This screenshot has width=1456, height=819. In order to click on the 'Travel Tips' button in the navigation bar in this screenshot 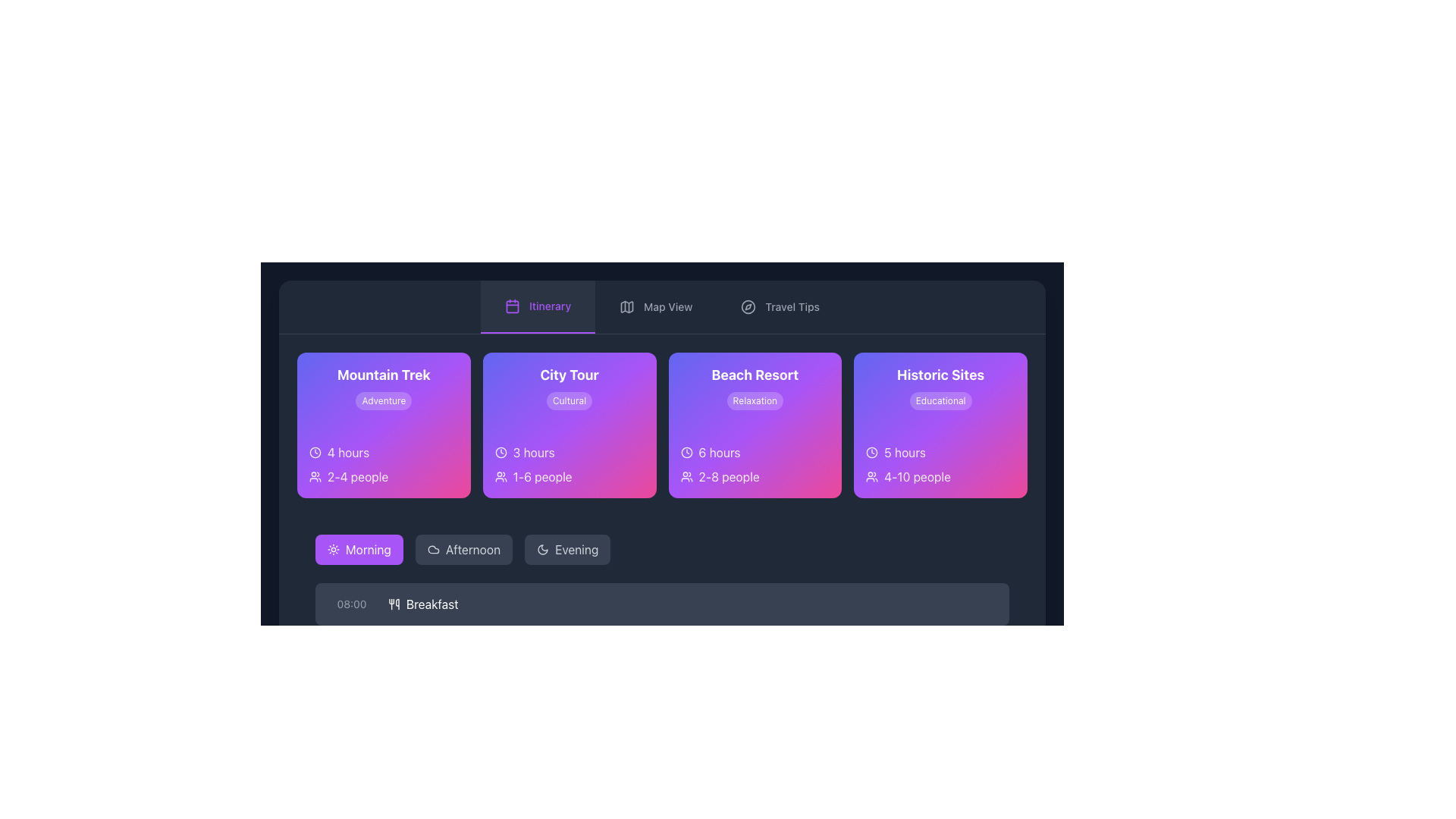, I will do `click(780, 307)`.